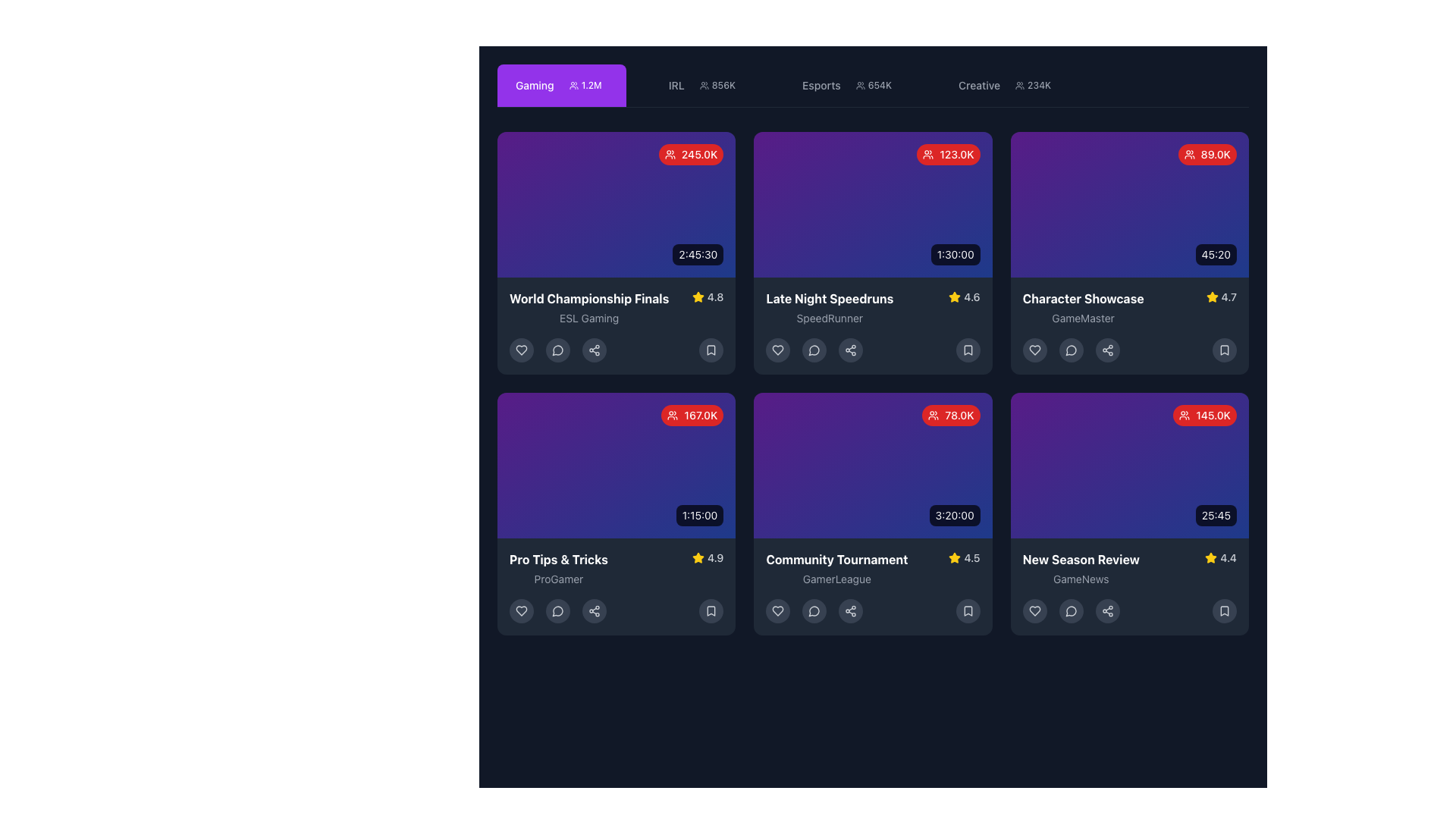  What do you see at coordinates (959, 415) in the screenshot?
I see `text label displaying '78.0K' in bold, small font against a red background, located at the top-right corner of the 'Community Tournament' card` at bounding box center [959, 415].